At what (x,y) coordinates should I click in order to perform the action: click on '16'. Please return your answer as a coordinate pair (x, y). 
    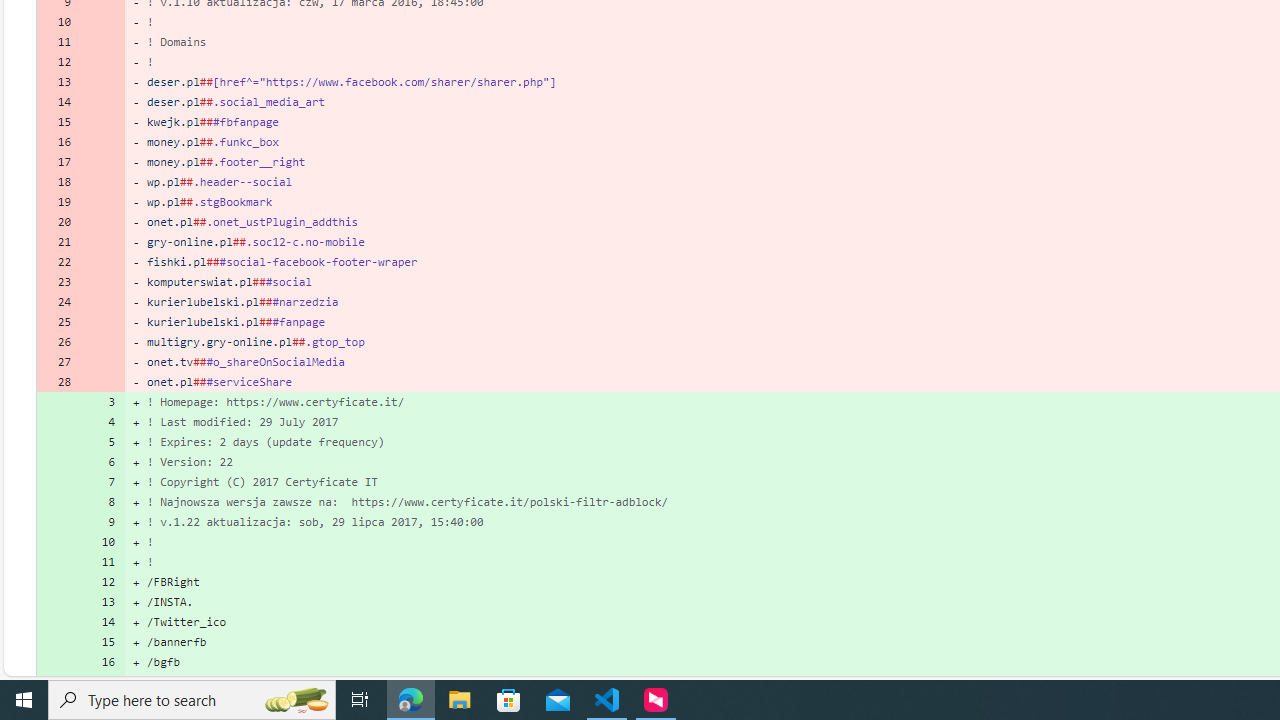
    Looking at the image, I should click on (102, 662).